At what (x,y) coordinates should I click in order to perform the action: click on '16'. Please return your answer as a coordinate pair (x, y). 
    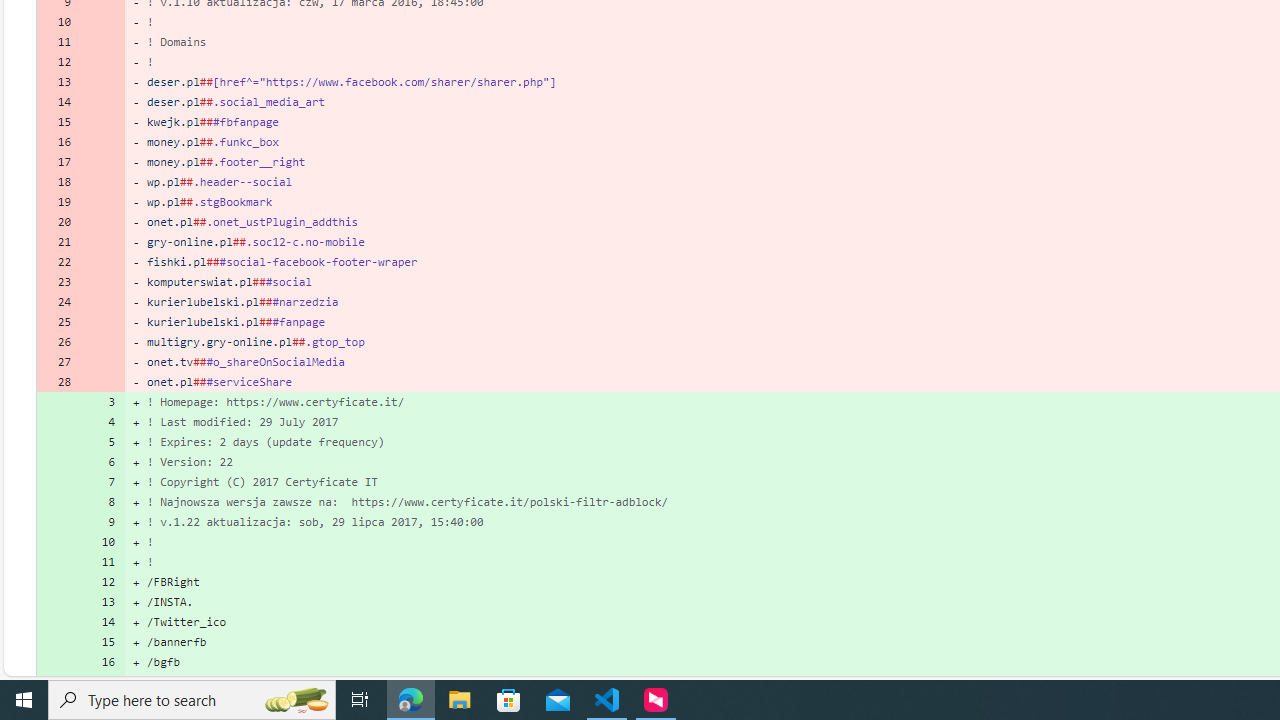
    Looking at the image, I should click on (102, 662).